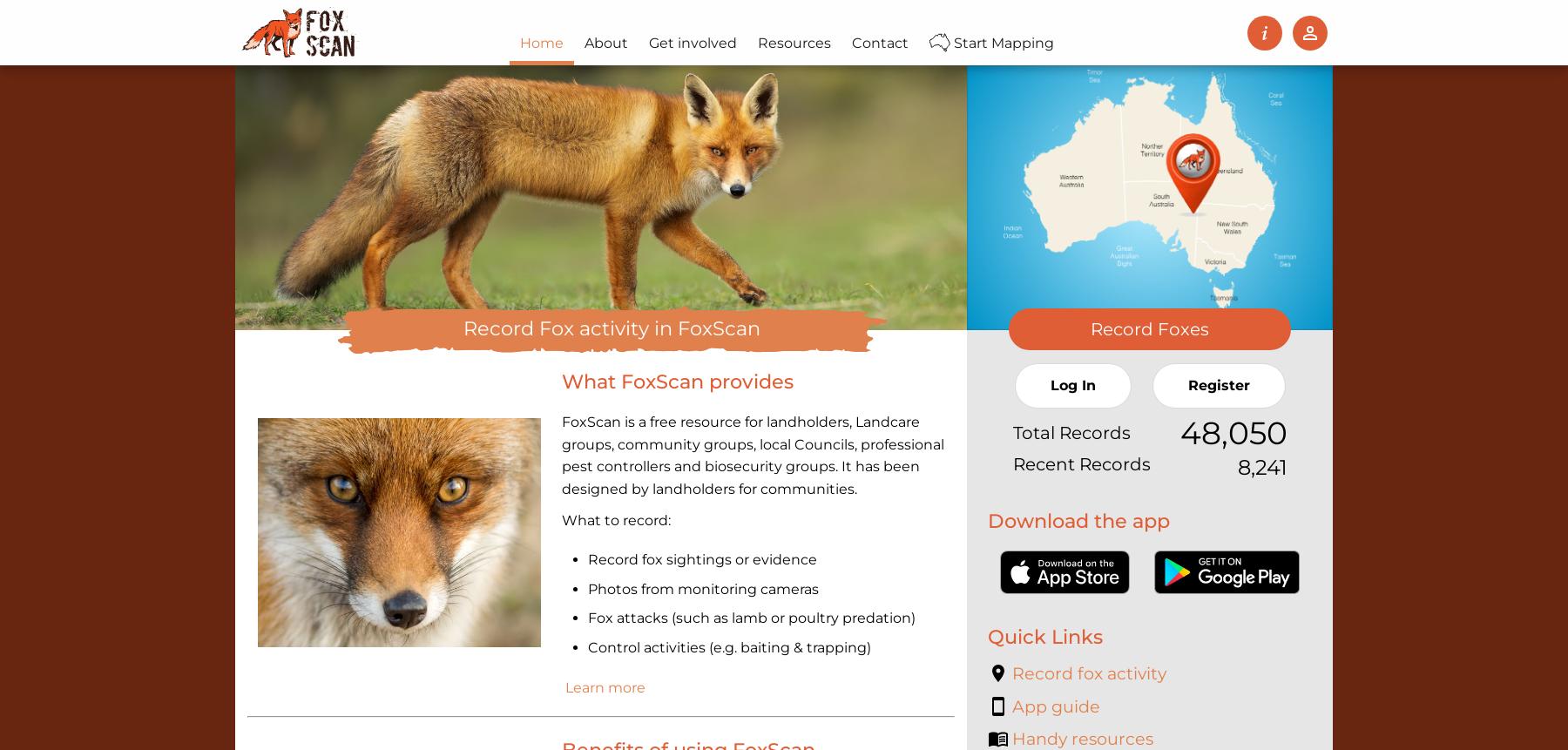  I want to click on 'What FoxScan provides', so click(676, 380).